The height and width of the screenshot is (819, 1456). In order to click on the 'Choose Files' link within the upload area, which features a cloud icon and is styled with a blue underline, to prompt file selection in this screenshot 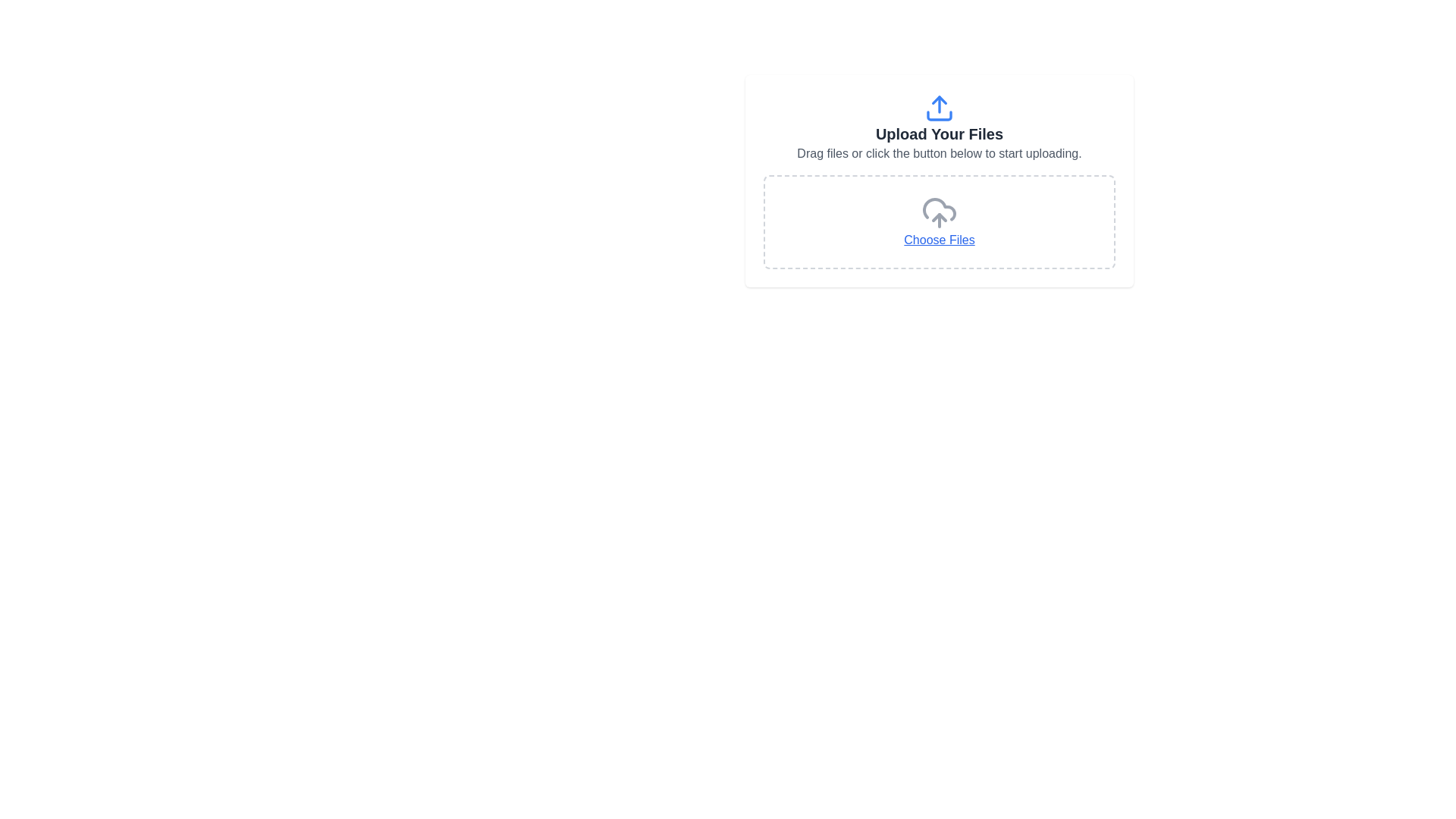, I will do `click(938, 222)`.